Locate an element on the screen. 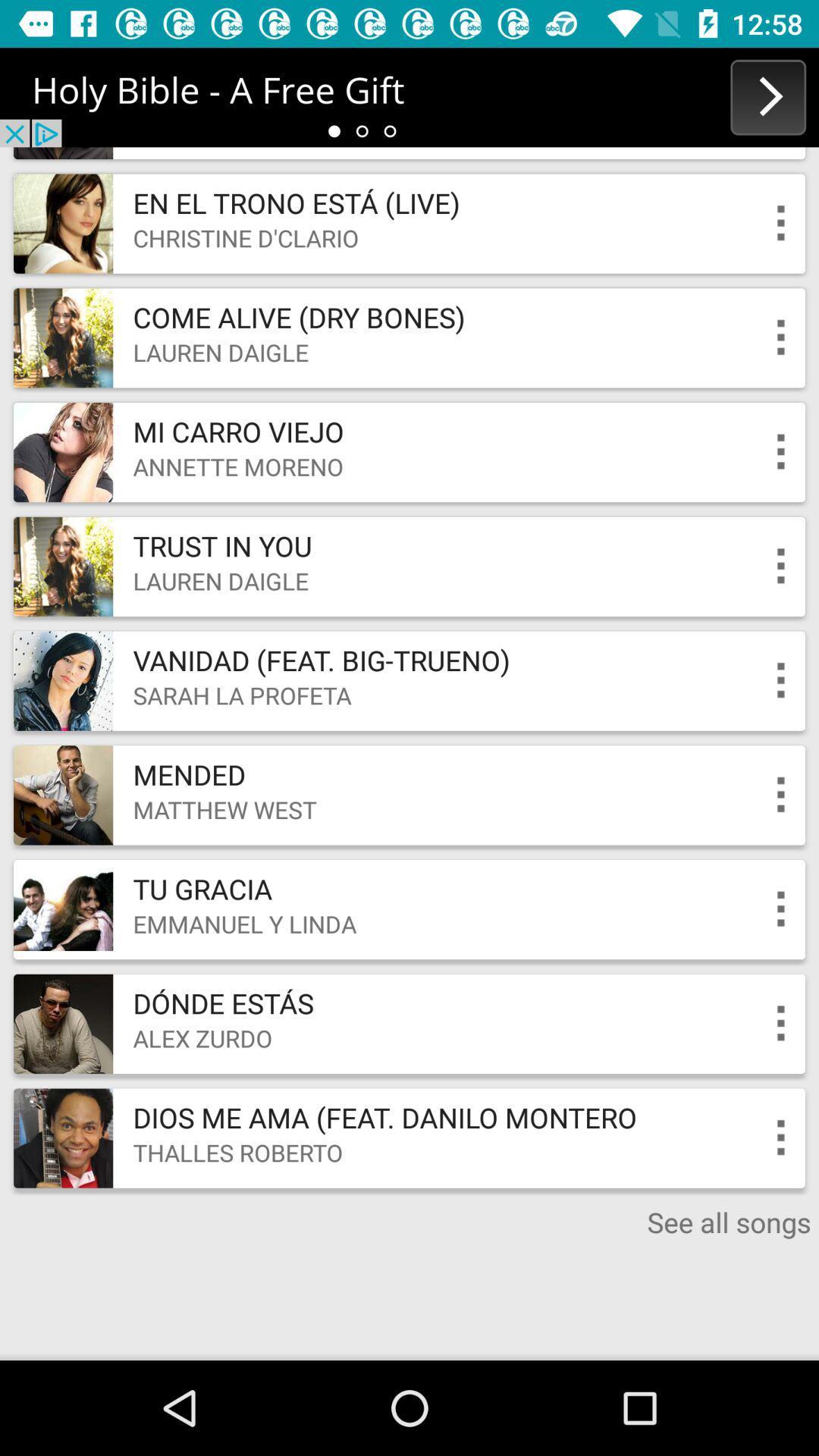 This screenshot has width=819, height=1456. option button front of text alex zurdo is located at coordinates (781, 1024).